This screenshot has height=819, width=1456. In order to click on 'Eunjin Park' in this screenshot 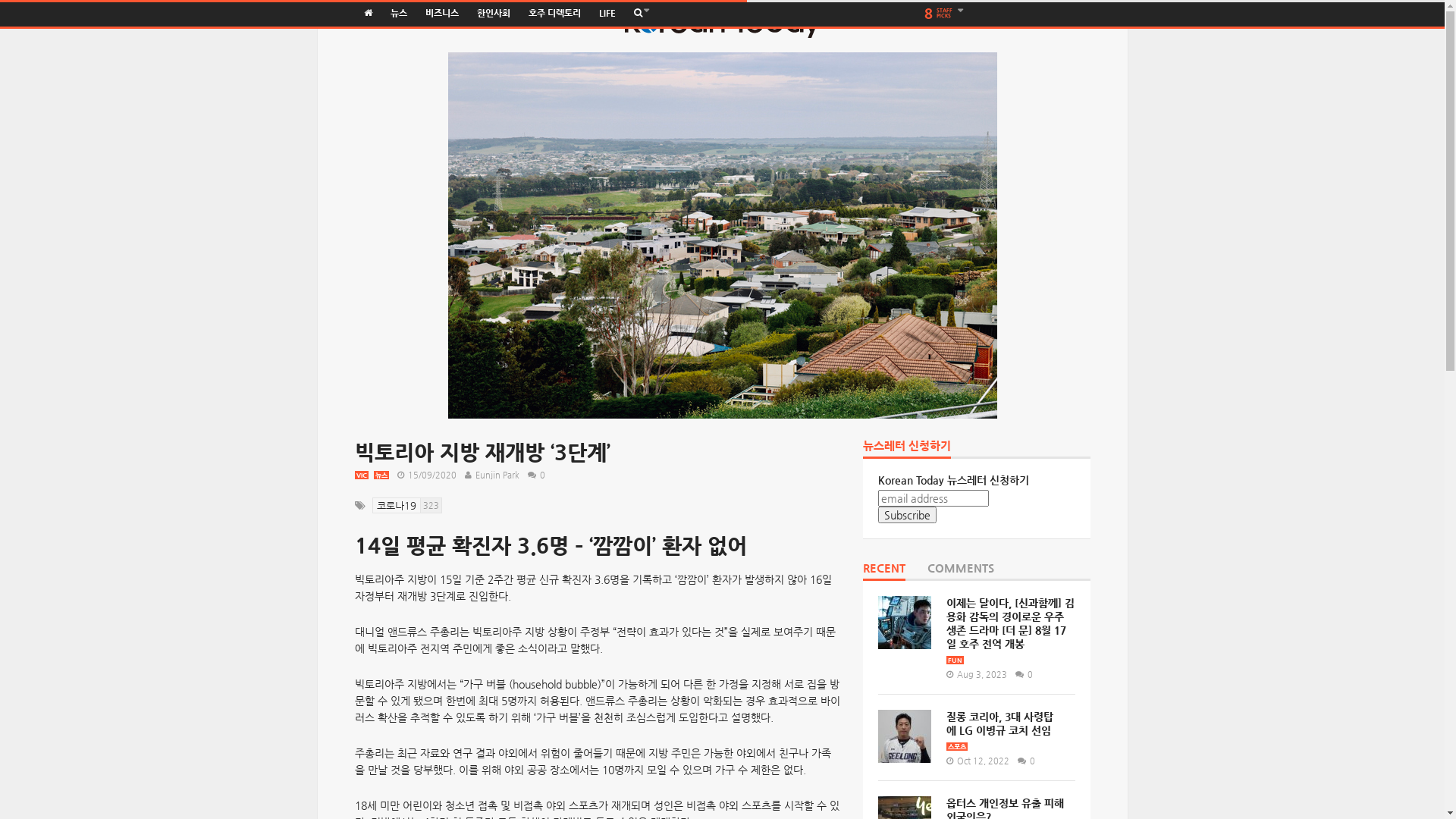, I will do `click(496, 474)`.